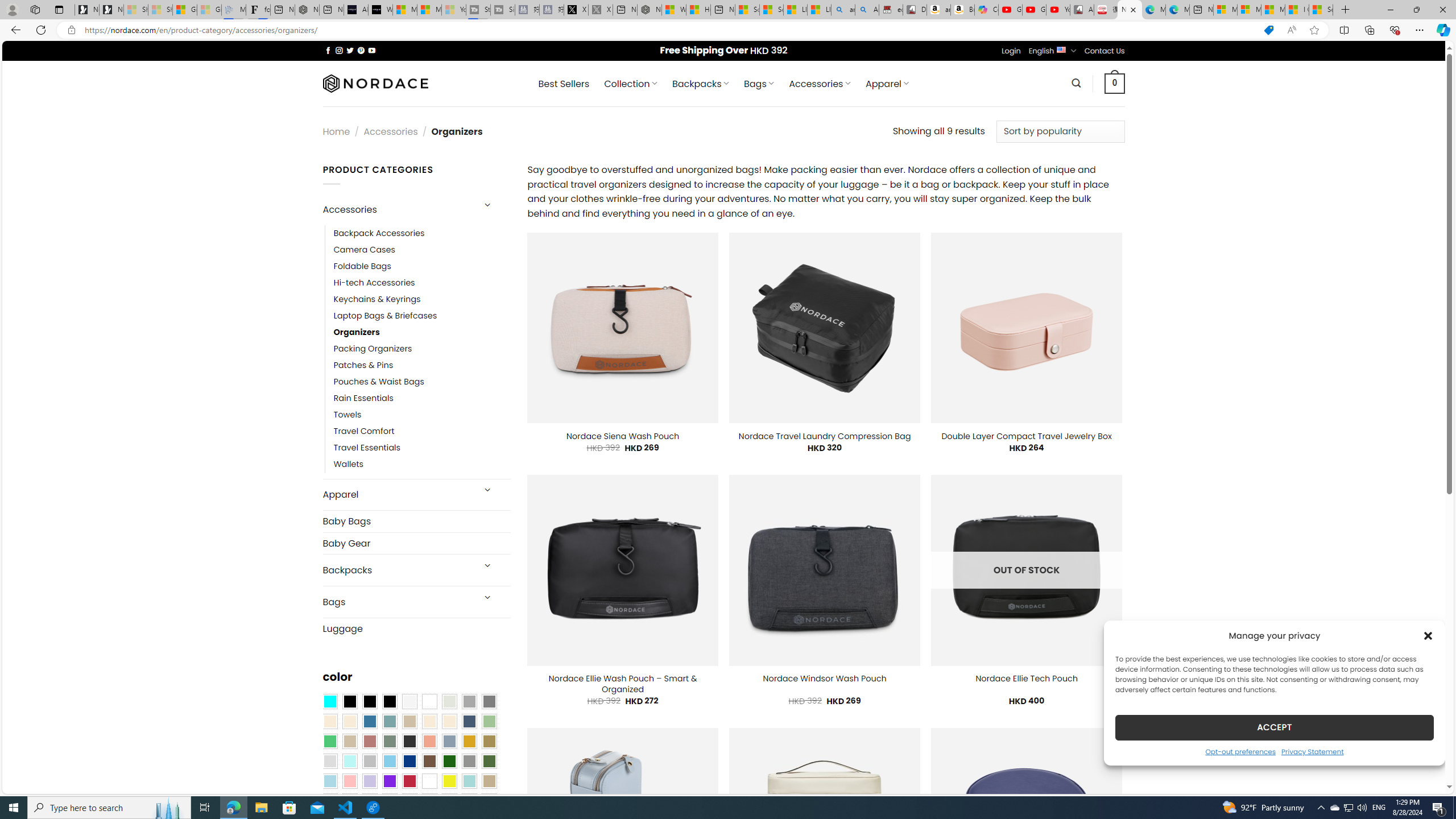 The width and height of the screenshot is (1456, 819). I want to click on 'Coral', so click(429, 741).